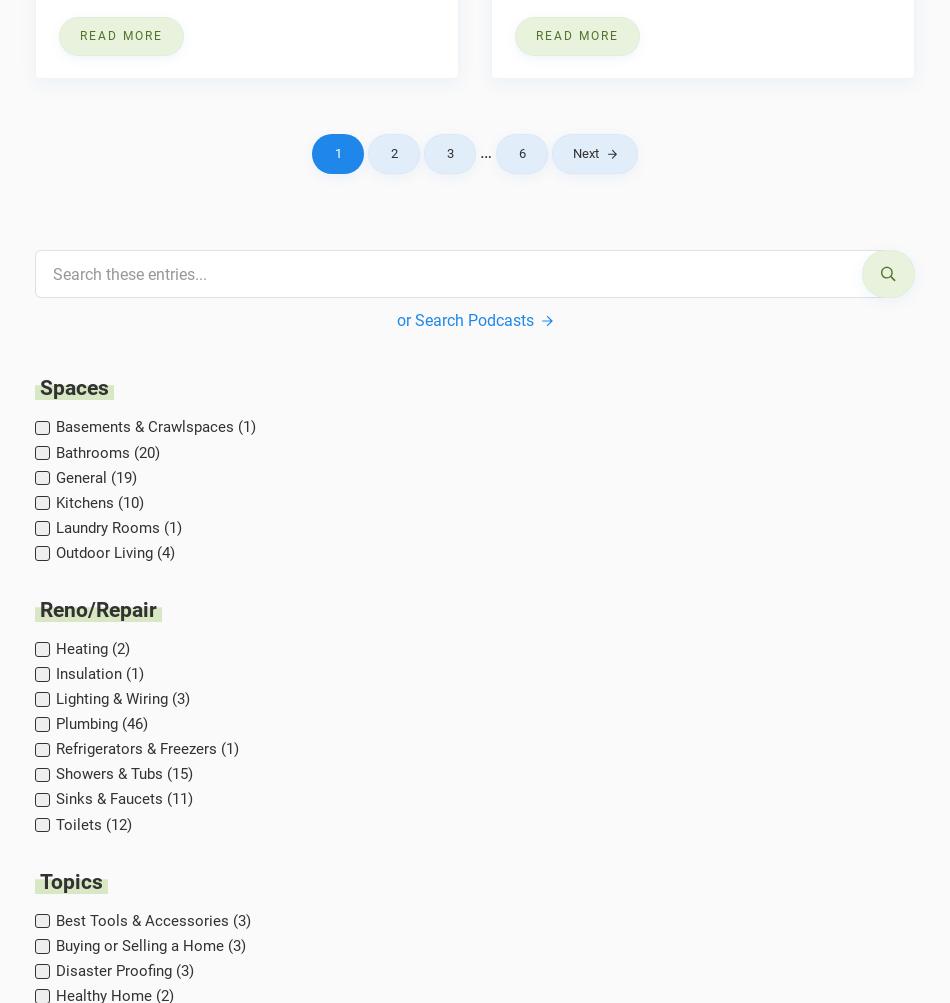  What do you see at coordinates (74, 386) in the screenshot?
I see `'Spaces'` at bounding box center [74, 386].